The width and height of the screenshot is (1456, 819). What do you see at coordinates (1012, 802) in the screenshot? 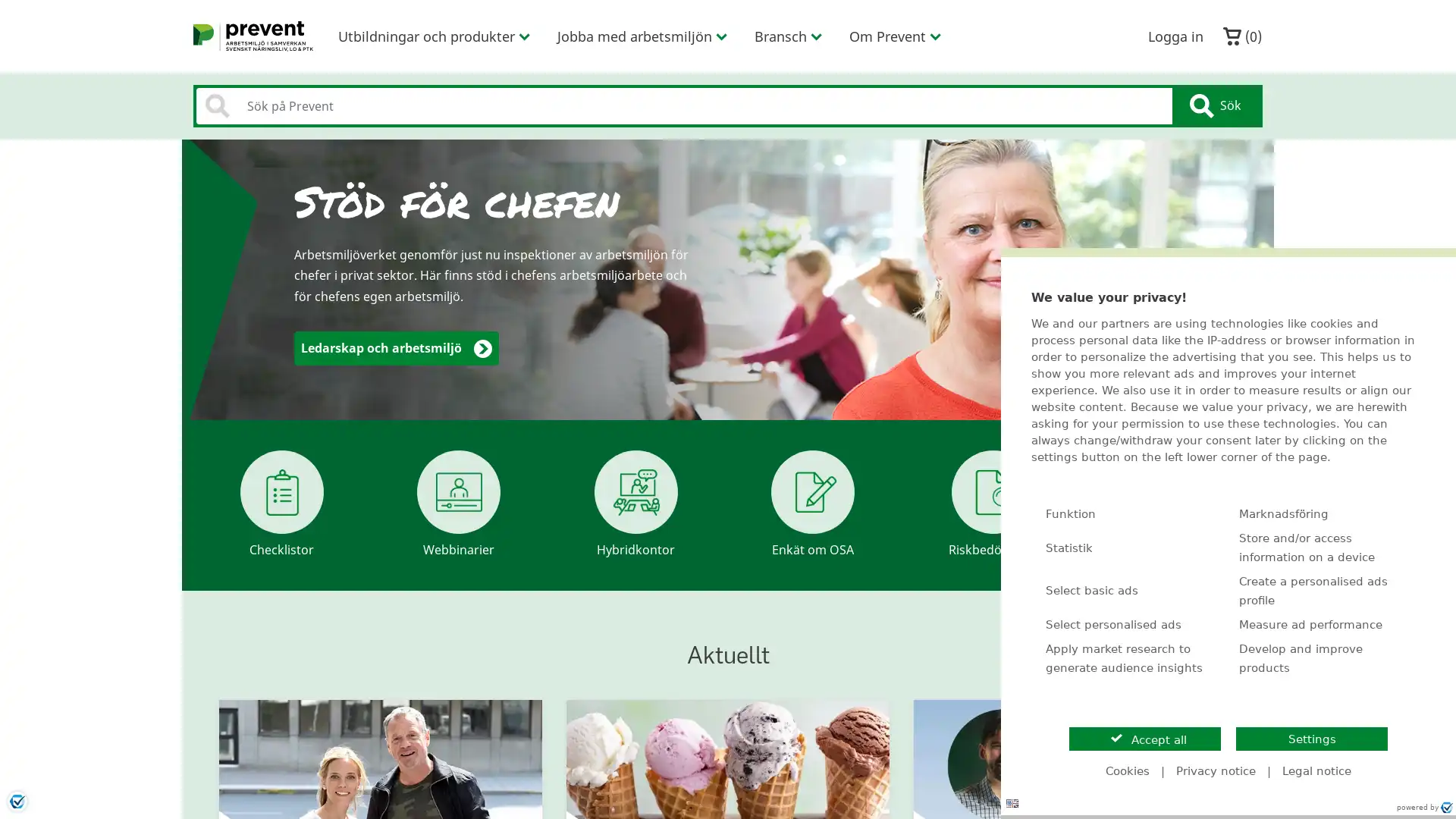
I see `Language: en` at bounding box center [1012, 802].